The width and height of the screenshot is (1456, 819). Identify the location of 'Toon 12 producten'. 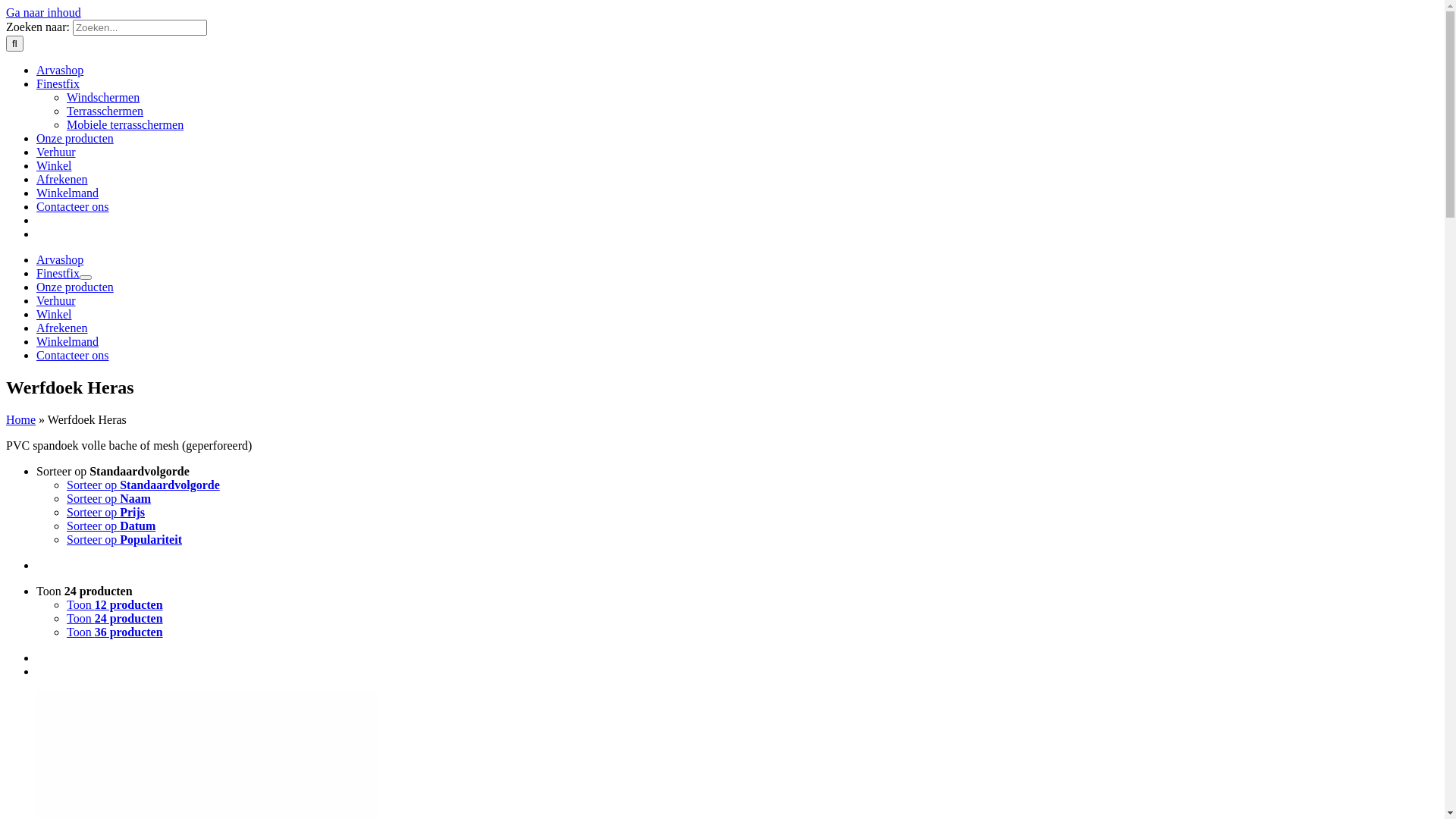
(114, 604).